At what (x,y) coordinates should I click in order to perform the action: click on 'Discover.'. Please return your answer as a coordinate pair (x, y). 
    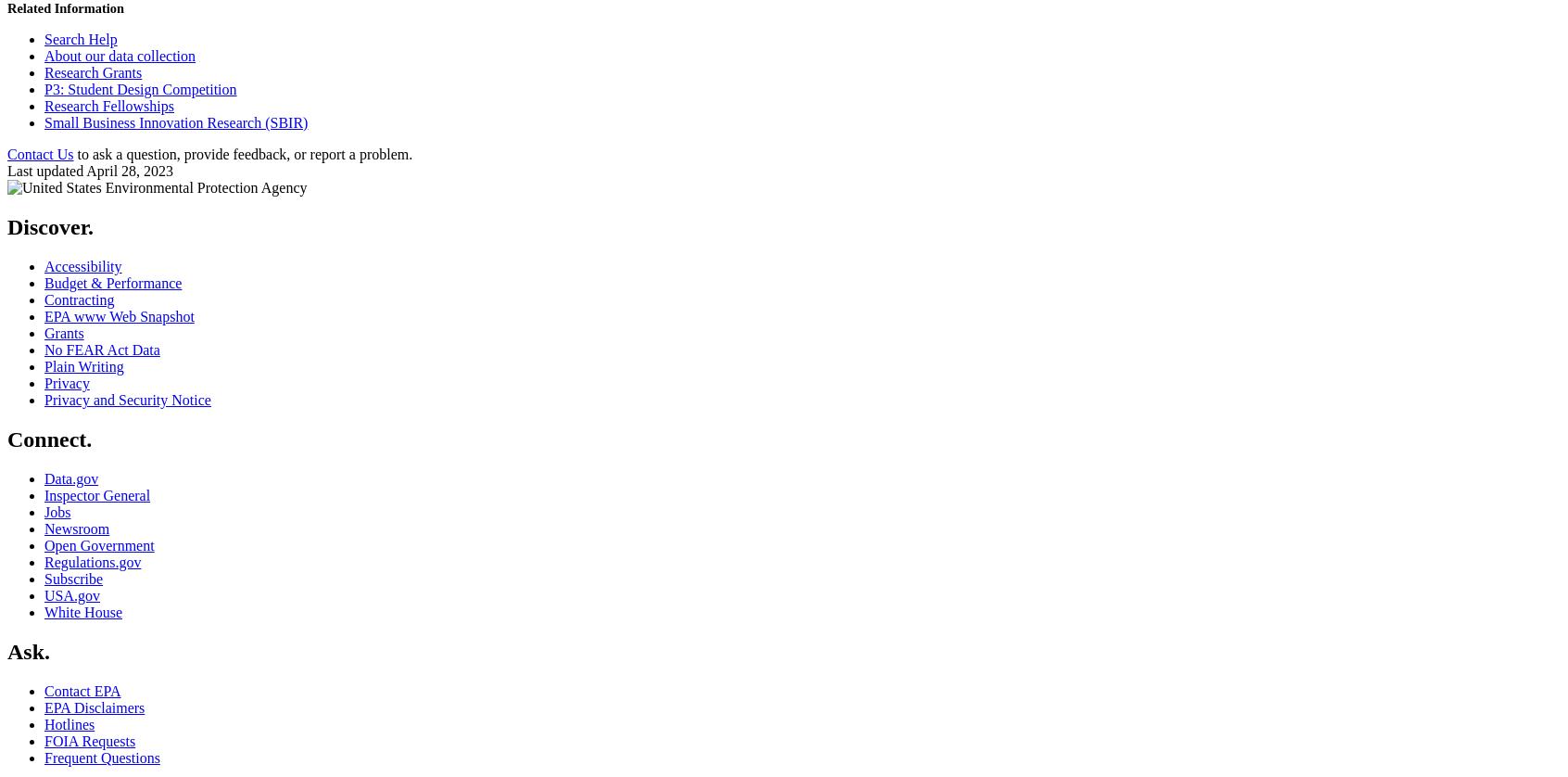
    Looking at the image, I should click on (49, 226).